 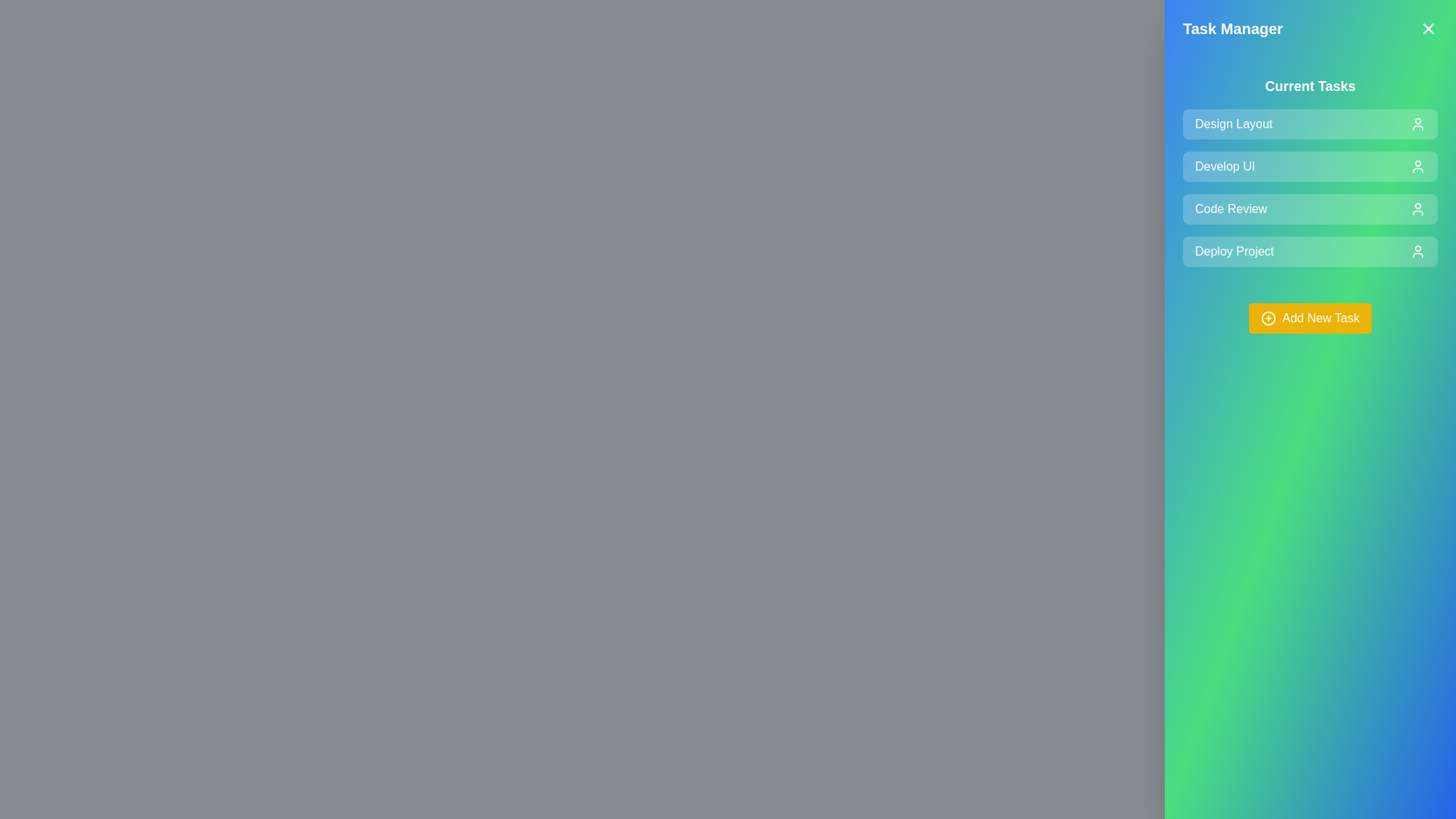 What do you see at coordinates (1417, 250) in the screenshot?
I see `the interactive icon in the last row of the 'Current Tasks' list under 'Task Manager', located to the far right of the 'Deploy Project' row` at bounding box center [1417, 250].